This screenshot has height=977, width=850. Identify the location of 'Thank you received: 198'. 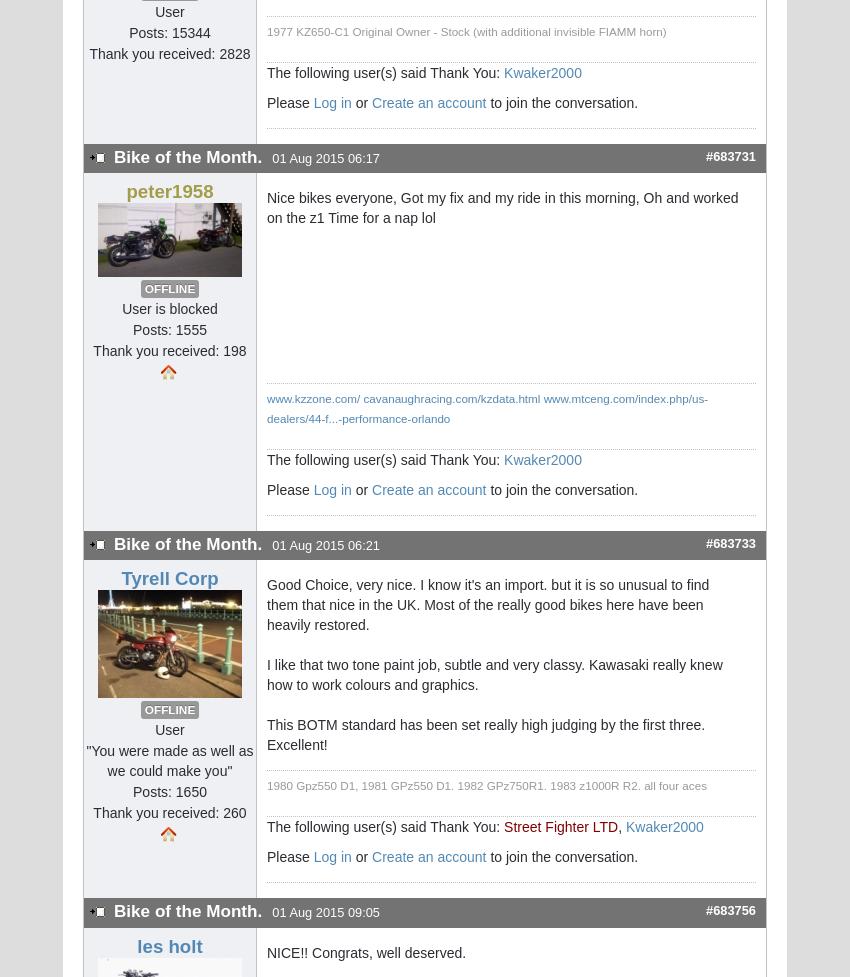
(169, 351).